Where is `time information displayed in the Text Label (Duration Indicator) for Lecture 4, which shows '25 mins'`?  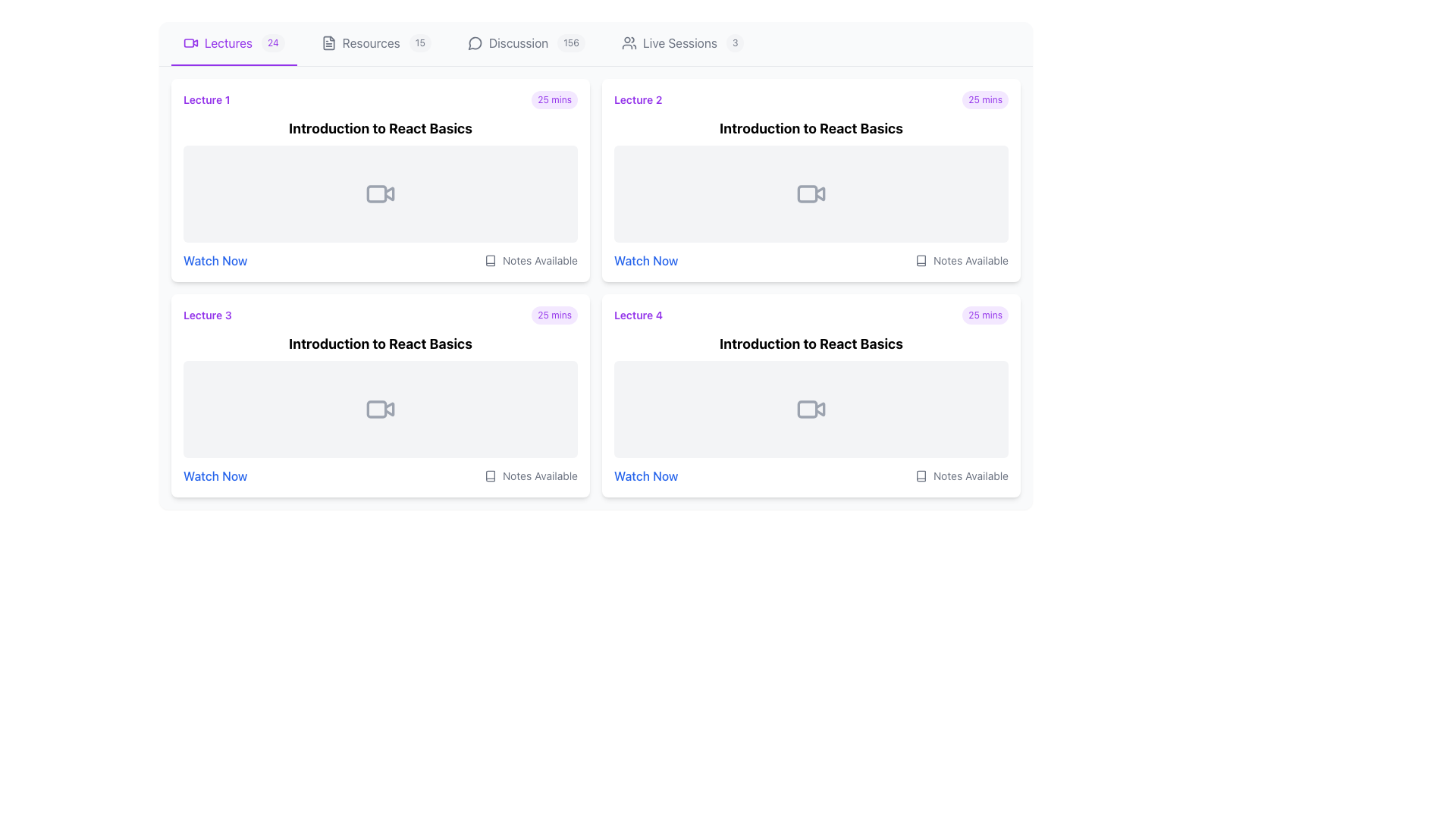
time information displayed in the Text Label (Duration Indicator) for Lecture 4, which shows '25 mins' is located at coordinates (985, 315).